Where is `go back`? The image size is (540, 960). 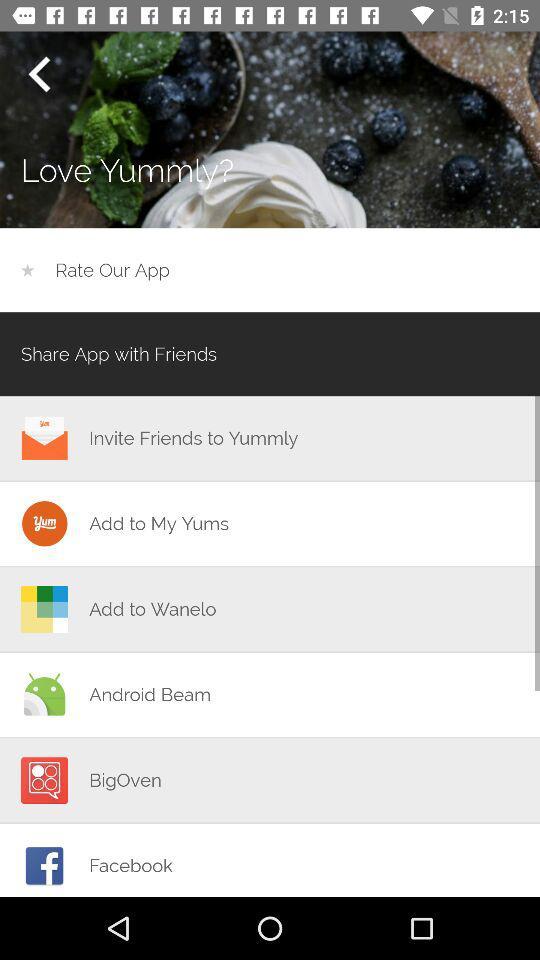 go back is located at coordinates (38, 74).